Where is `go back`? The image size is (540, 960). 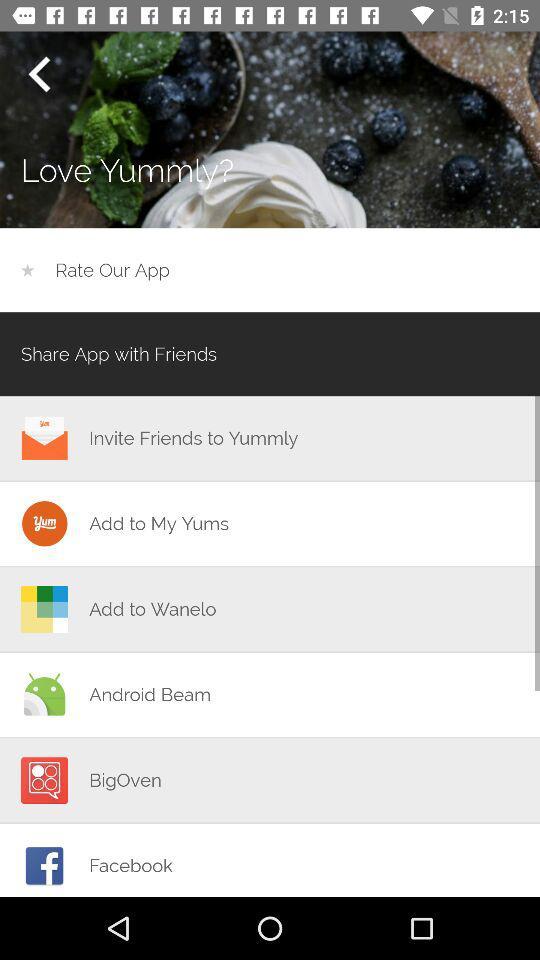 go back is located at coordinates (38, 74).